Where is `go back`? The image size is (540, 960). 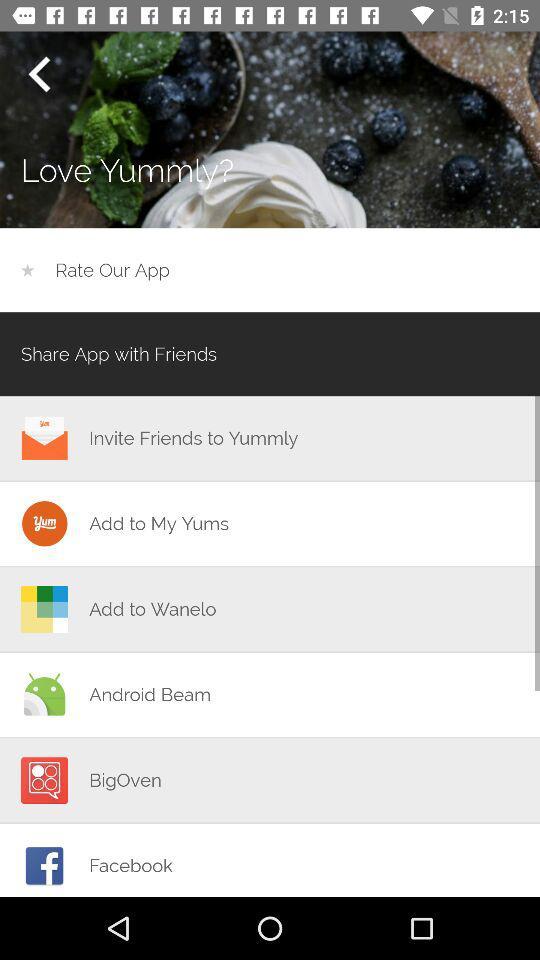 go back is located at coordinates (38, 74).